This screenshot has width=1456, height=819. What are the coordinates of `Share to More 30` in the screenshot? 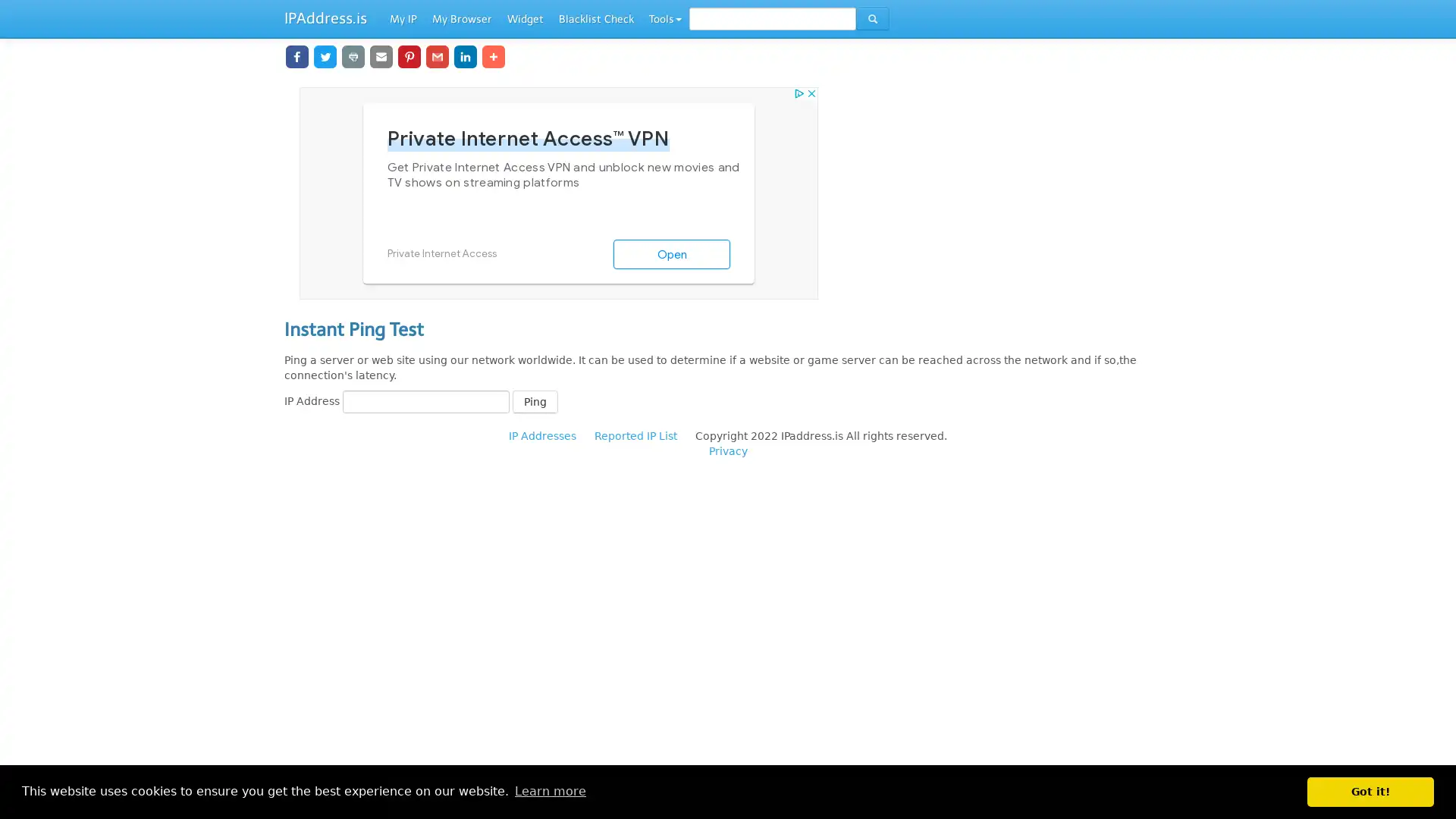 It's located at (488, 55).